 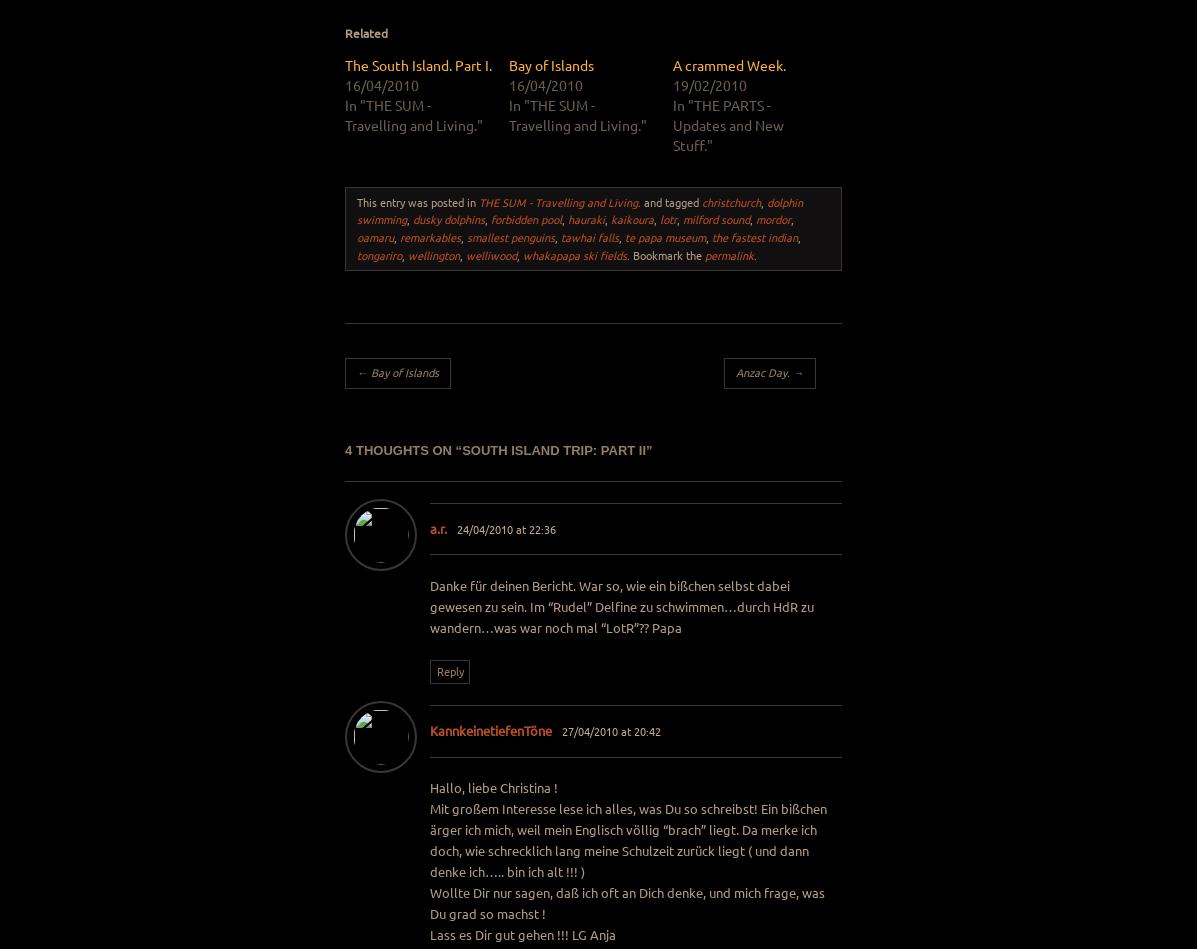 I want to click on '4 thoughts on “', so click(x=403, y=449).